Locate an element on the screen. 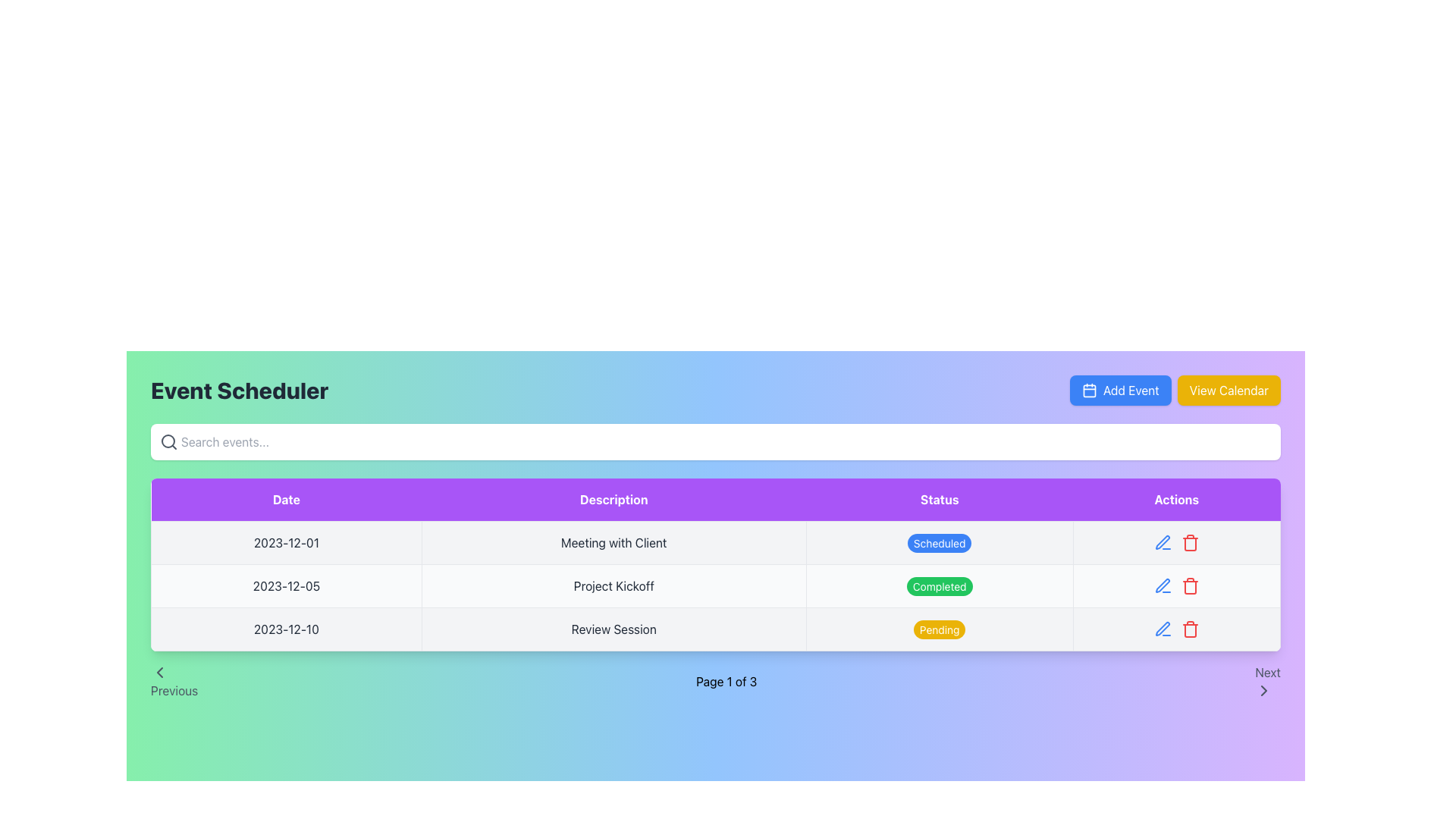 The image size is (1456, 819). the delete button, which is the third button in the 'Actions' column of the last row in the table is located at coordinates (1189, 585).